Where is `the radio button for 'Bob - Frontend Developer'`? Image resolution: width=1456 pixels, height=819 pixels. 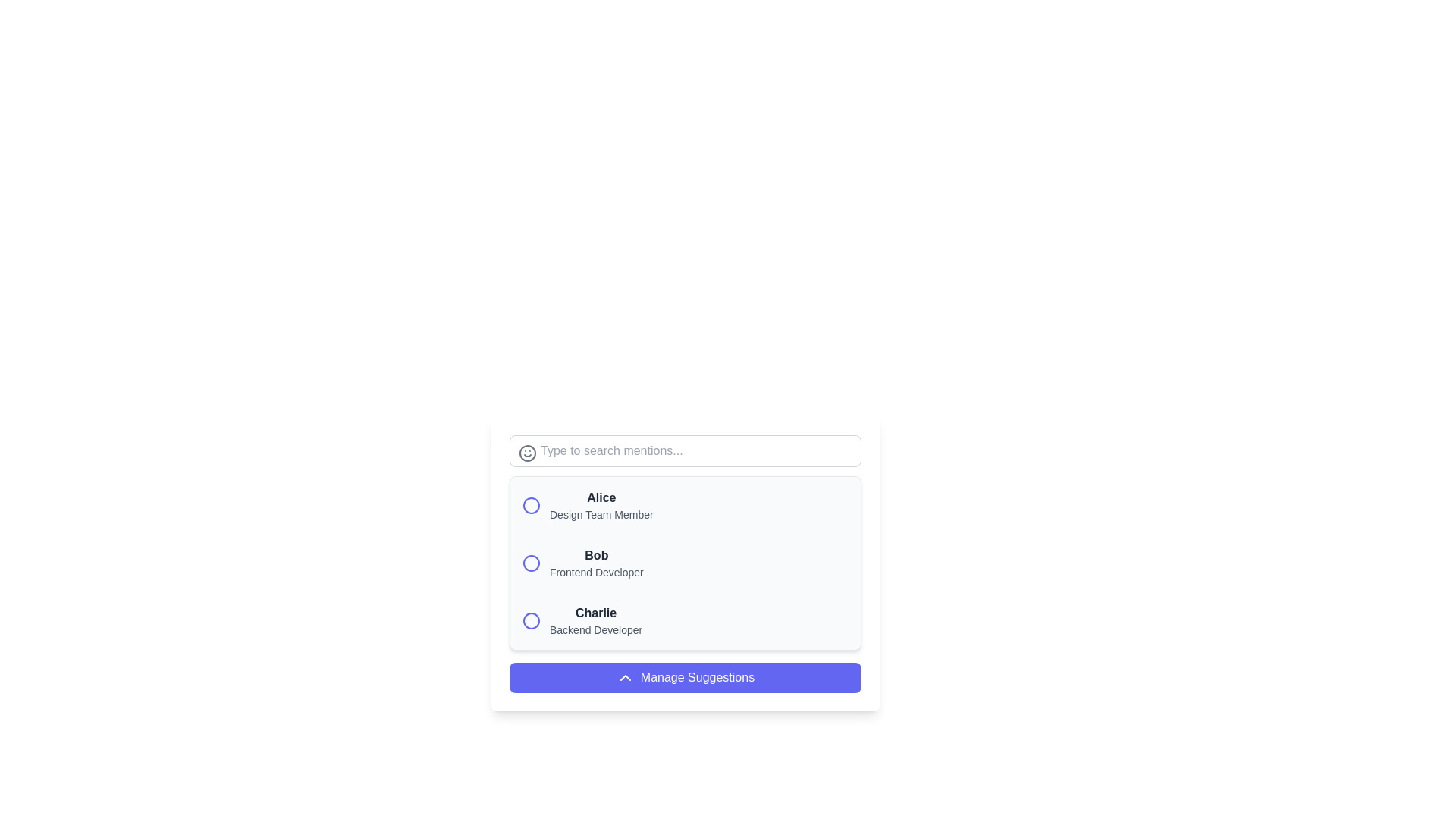
the radio button for 'Bob - Frontend Developer' is located at coordinates (531, 563).